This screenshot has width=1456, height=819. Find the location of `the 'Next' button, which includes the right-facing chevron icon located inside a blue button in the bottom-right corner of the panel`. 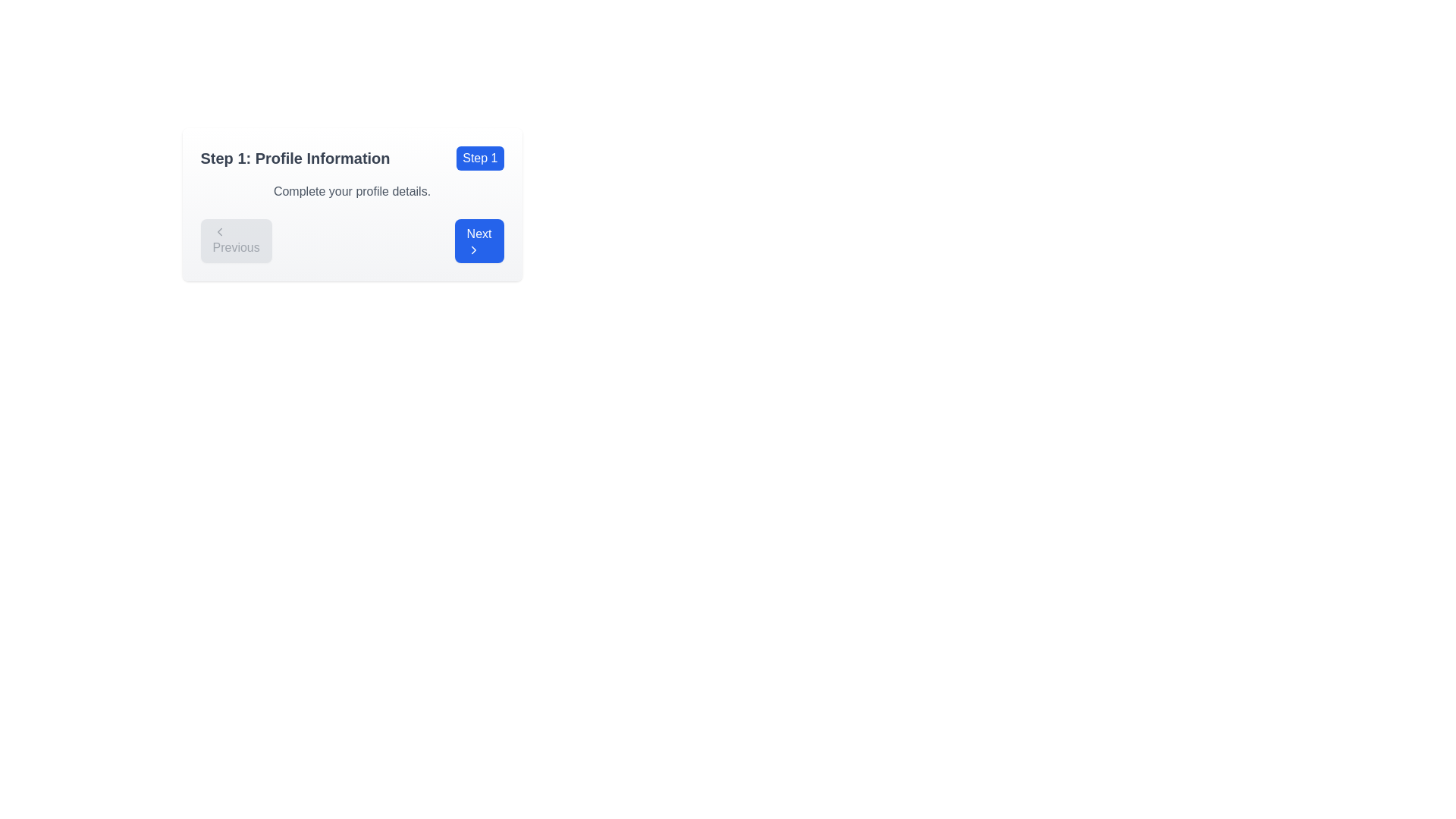

the 'Next' button, which includes the right-facing chevron icon located inside a blue button in the bottom-right corner of the panel is located at coordinates (472, 249).